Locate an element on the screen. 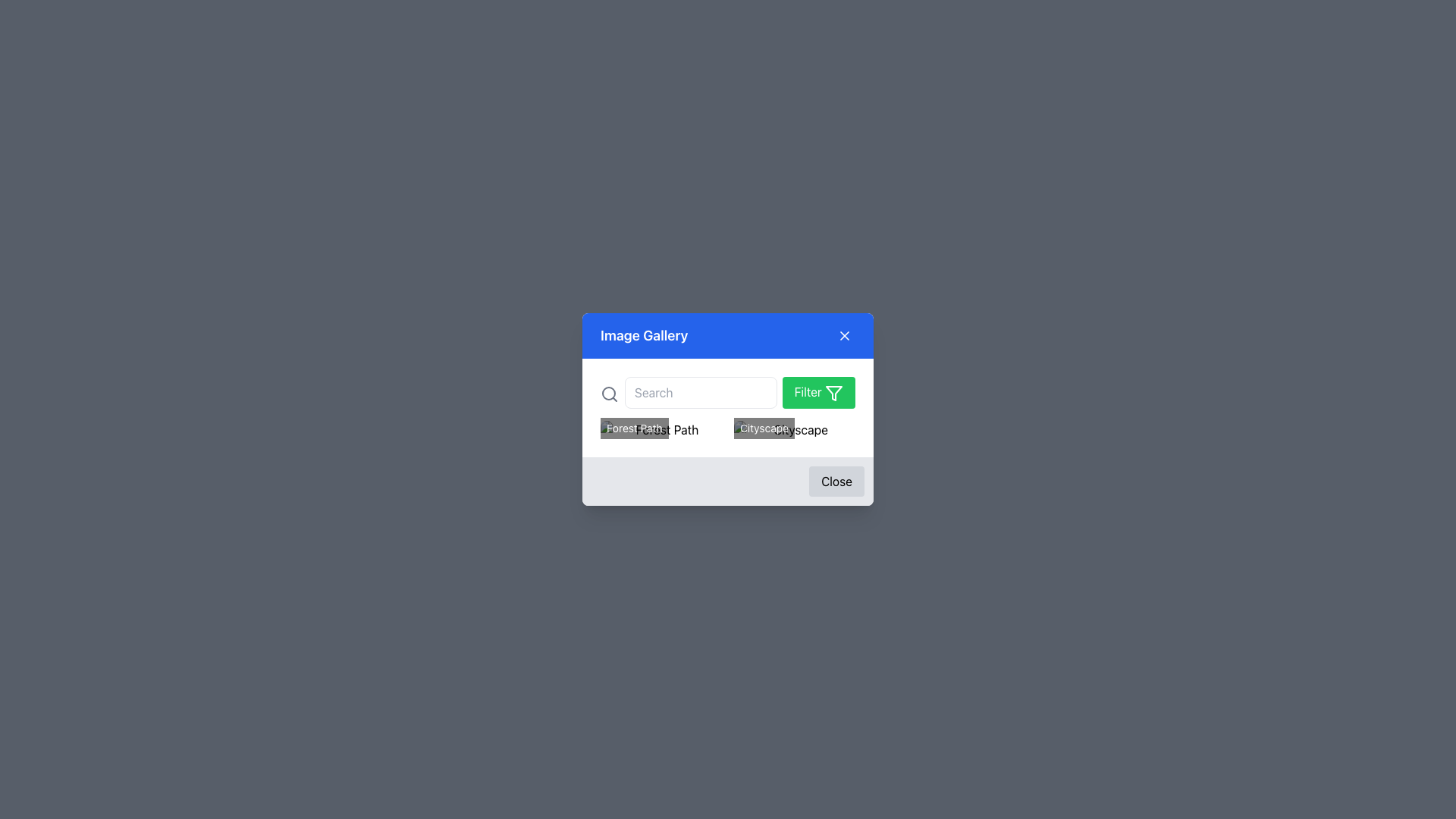  the close button located at the far right of the blue title bar on the 'Image Gallery' modal is located at coordinates (843, 335).